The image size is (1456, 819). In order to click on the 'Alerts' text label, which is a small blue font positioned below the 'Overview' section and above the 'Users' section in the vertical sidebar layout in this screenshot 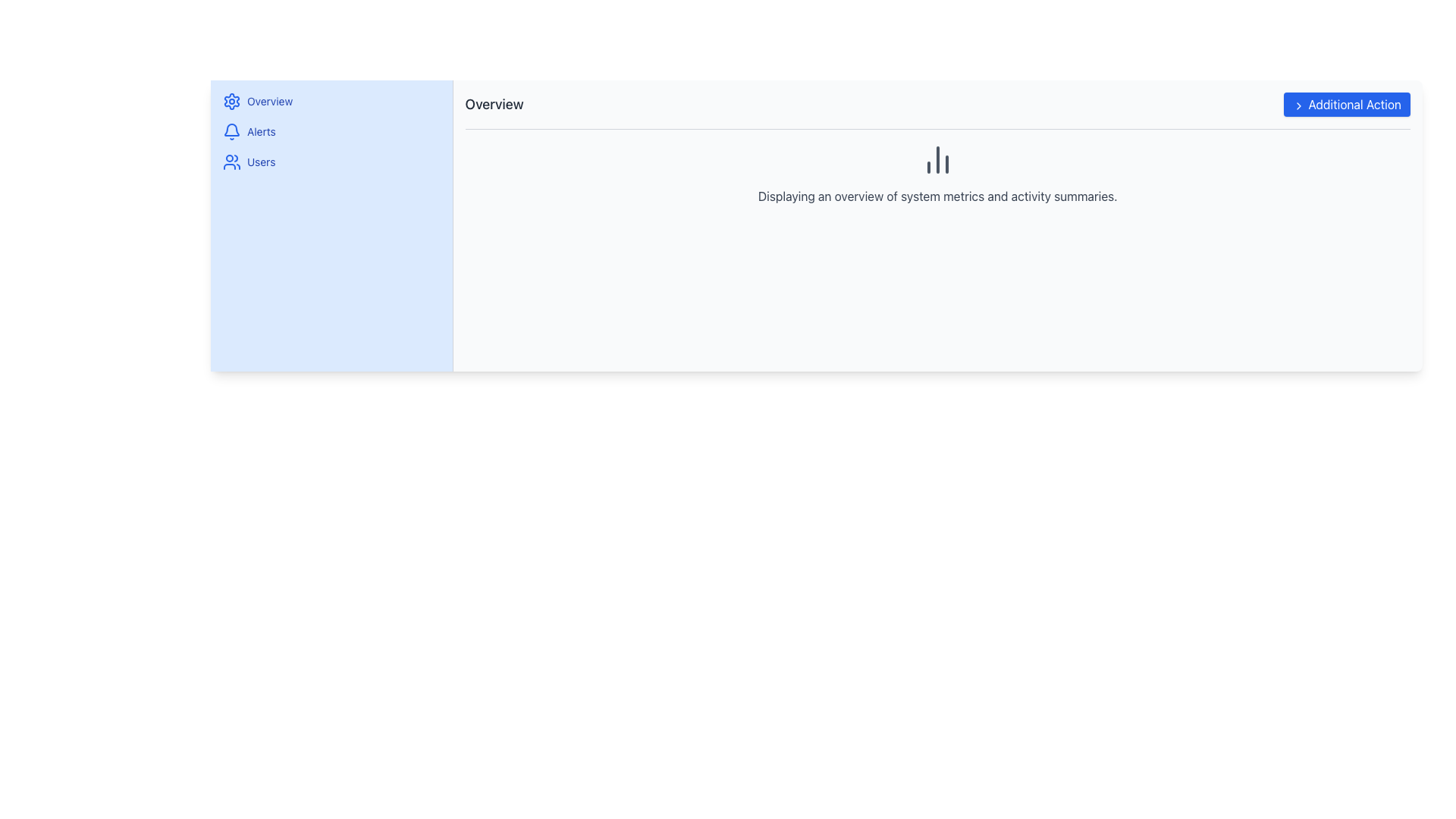, I will do `click(261, 130)`.